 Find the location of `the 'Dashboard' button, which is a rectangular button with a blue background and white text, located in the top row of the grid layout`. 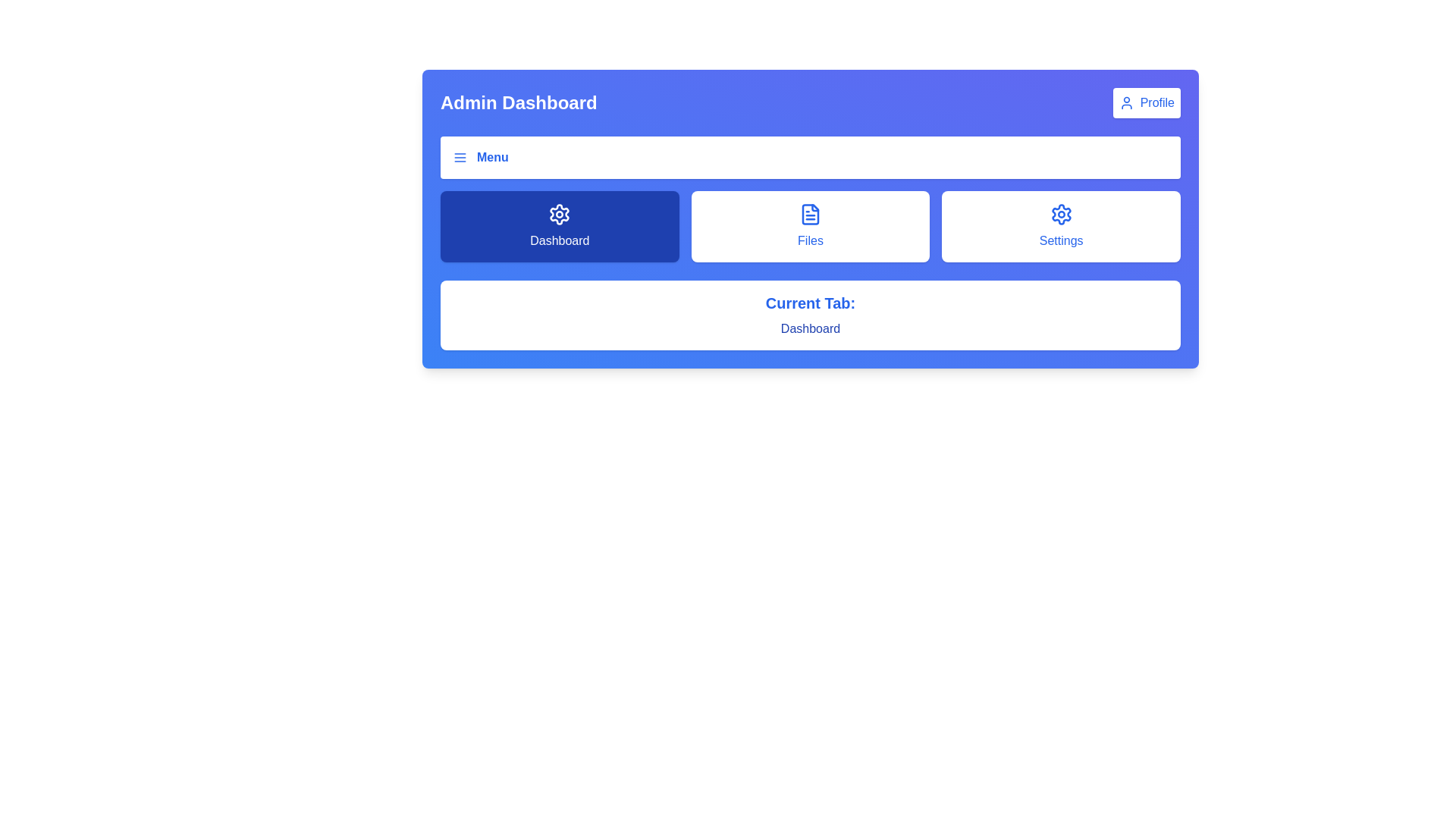

the 'Dashboard' button, which is a rectangular button with a blue background and white text, located in the top row of the grid layout is located at coordinates (559, 227).